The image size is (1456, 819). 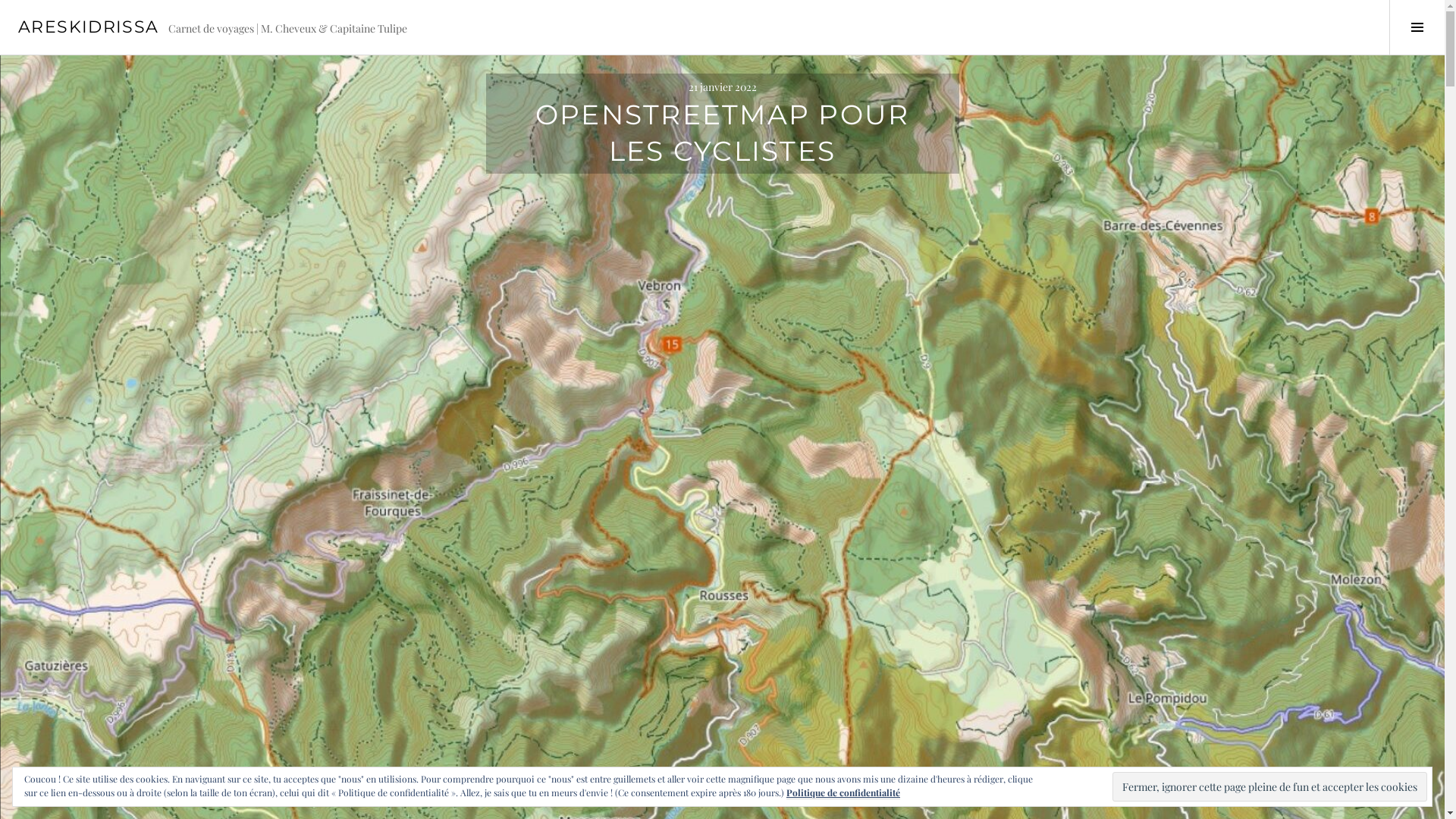 What do you see at coordinates (87, 27) in the screenshot?
I see `'ARESKIDRISSA'` at bounding box center [87, 27].